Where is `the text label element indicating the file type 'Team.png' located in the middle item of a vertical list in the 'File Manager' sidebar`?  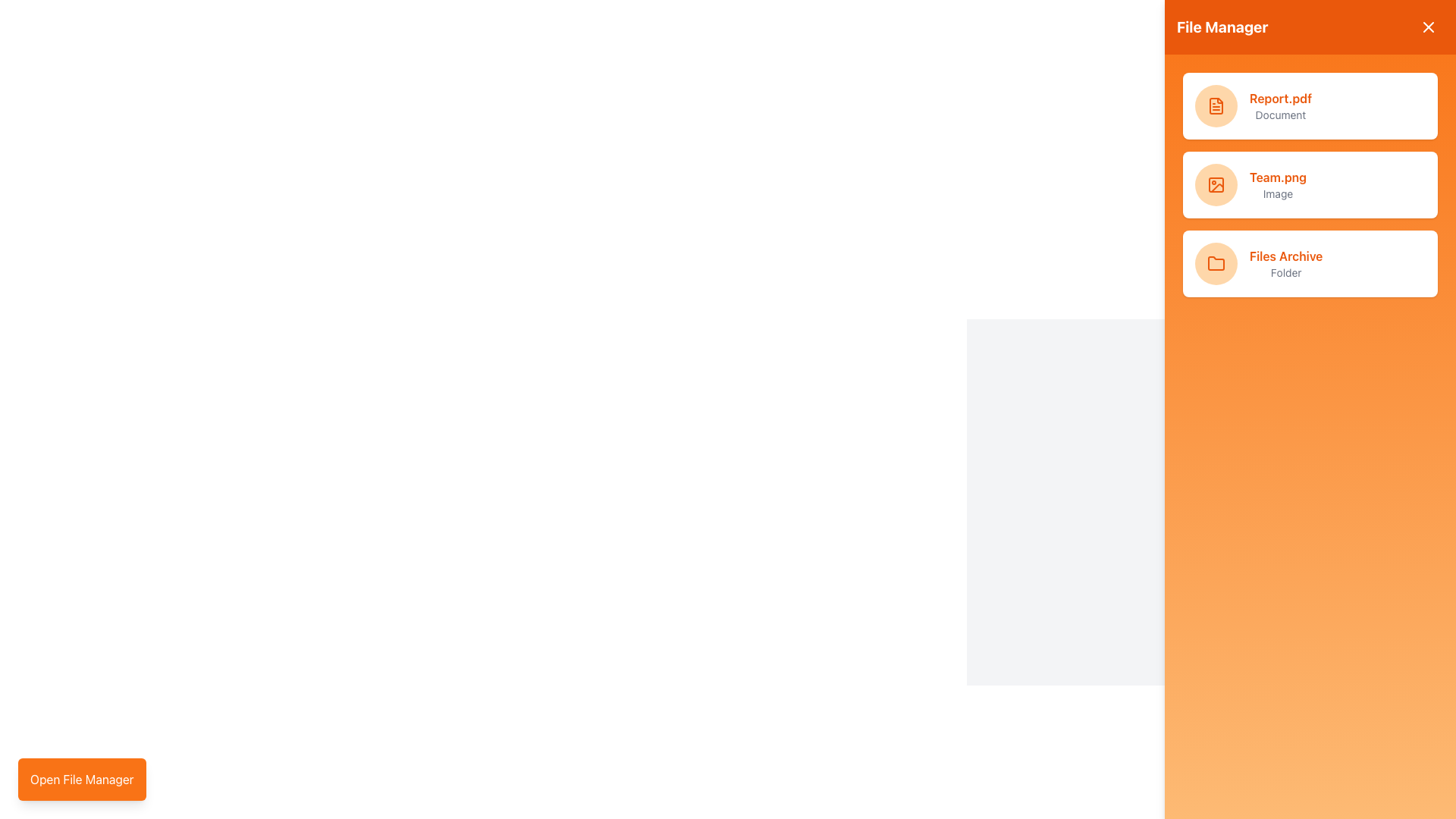 the text label element indicating the file type 'Team.png' located in the middle item of a vertical list in the 'File Manager' sidebar is located at coordinates (1277, 193).